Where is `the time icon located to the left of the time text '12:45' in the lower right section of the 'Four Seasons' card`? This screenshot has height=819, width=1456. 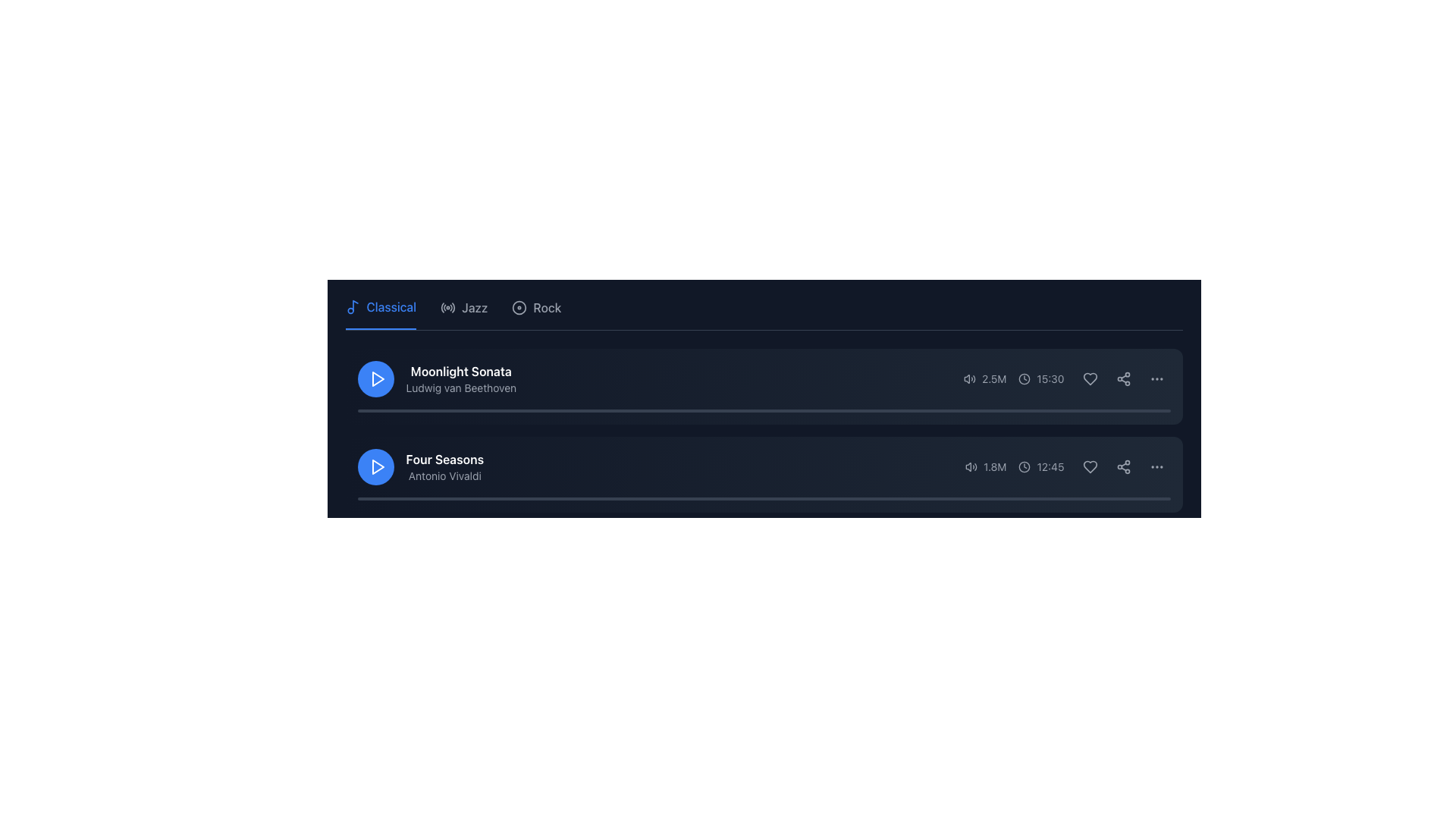
the time icon located to the left of the time text '12:45' in the lower right section of the 'Four Seasons' card is located at coordinates (1025, 466).